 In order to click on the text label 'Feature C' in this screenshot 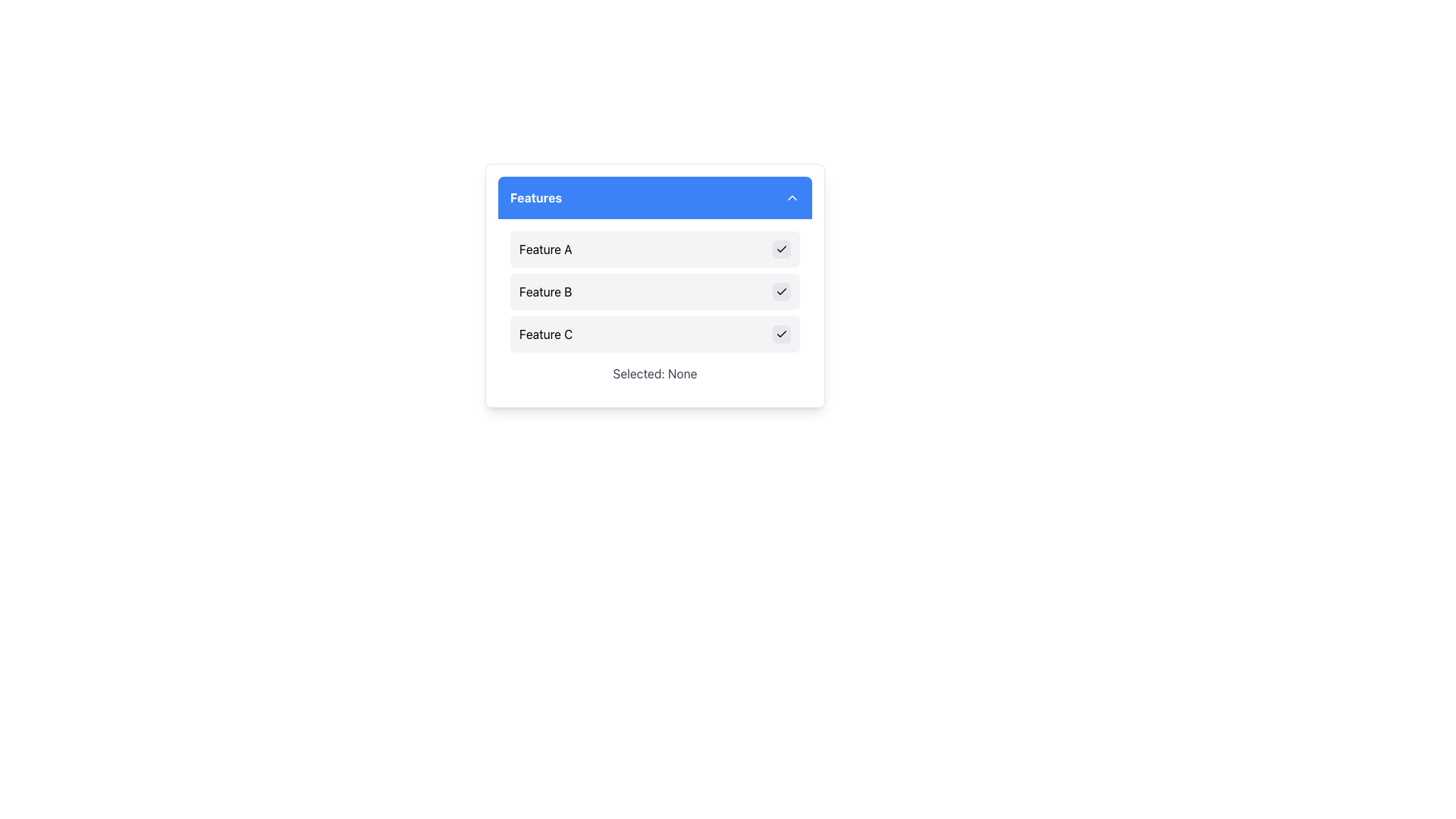, I will do `click(546, 333)`.